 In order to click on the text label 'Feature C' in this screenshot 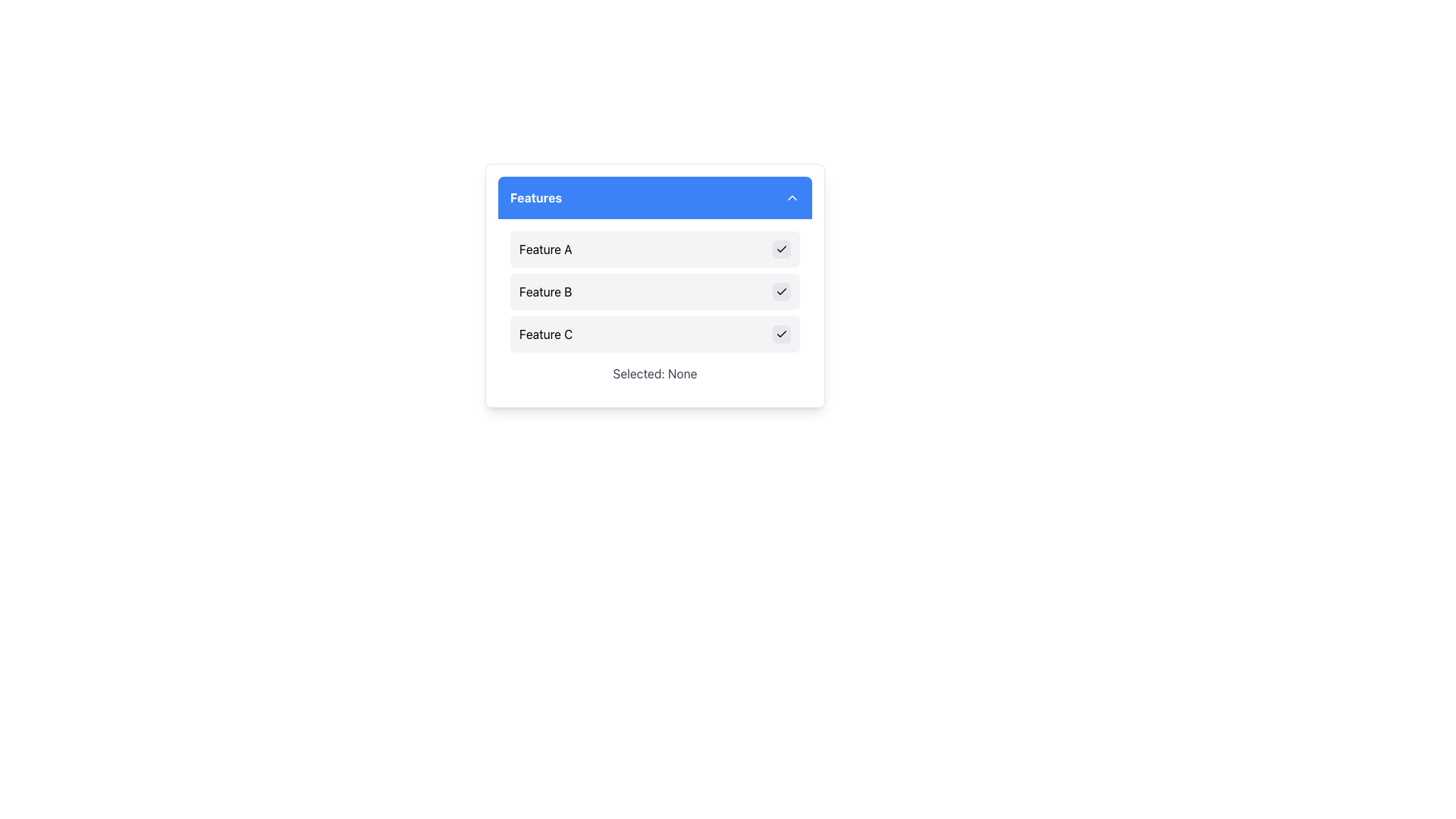, I will do `click(546, 333)`.